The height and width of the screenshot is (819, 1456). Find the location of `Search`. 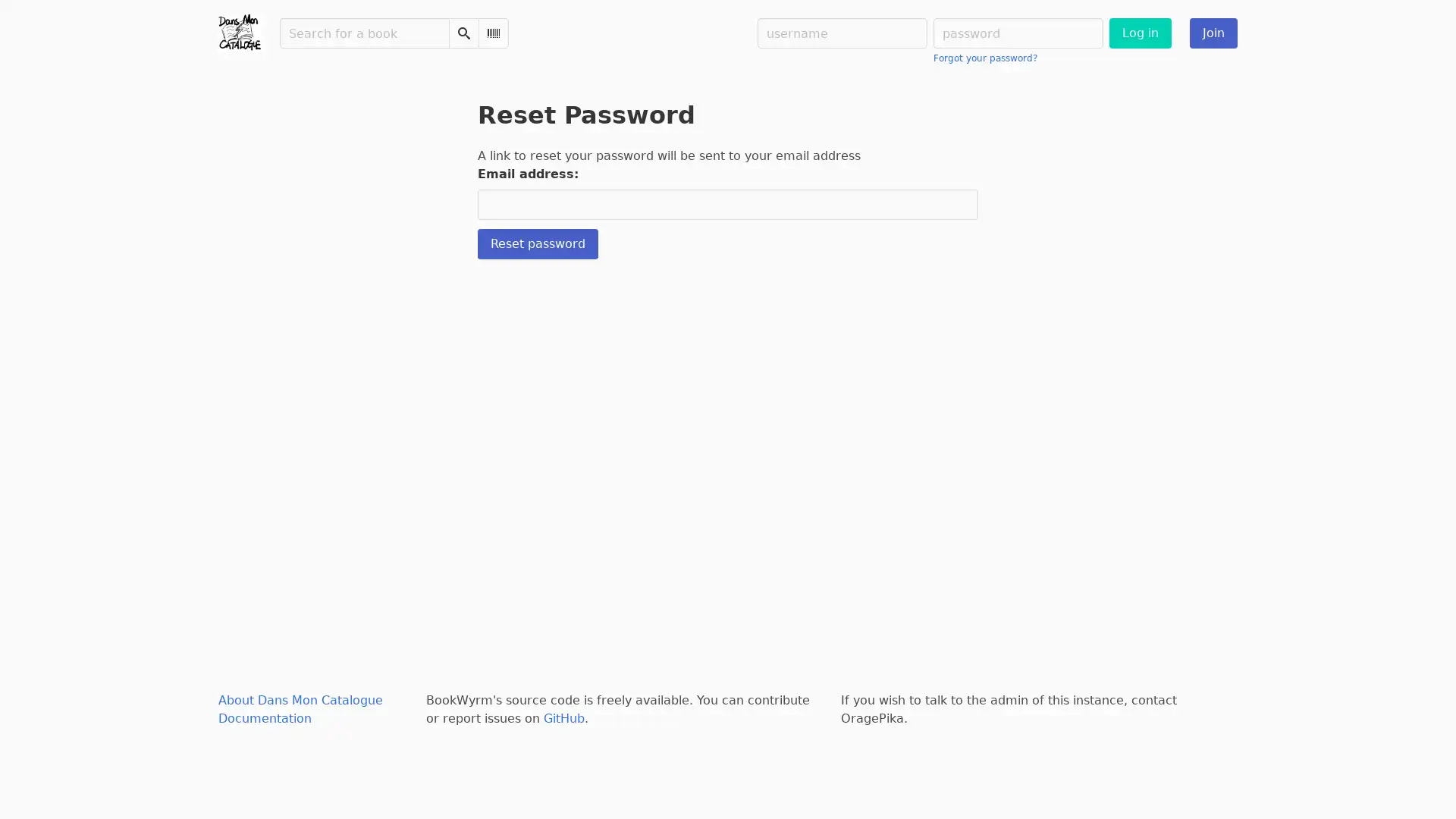

Search is located at coordinates (463, 33).